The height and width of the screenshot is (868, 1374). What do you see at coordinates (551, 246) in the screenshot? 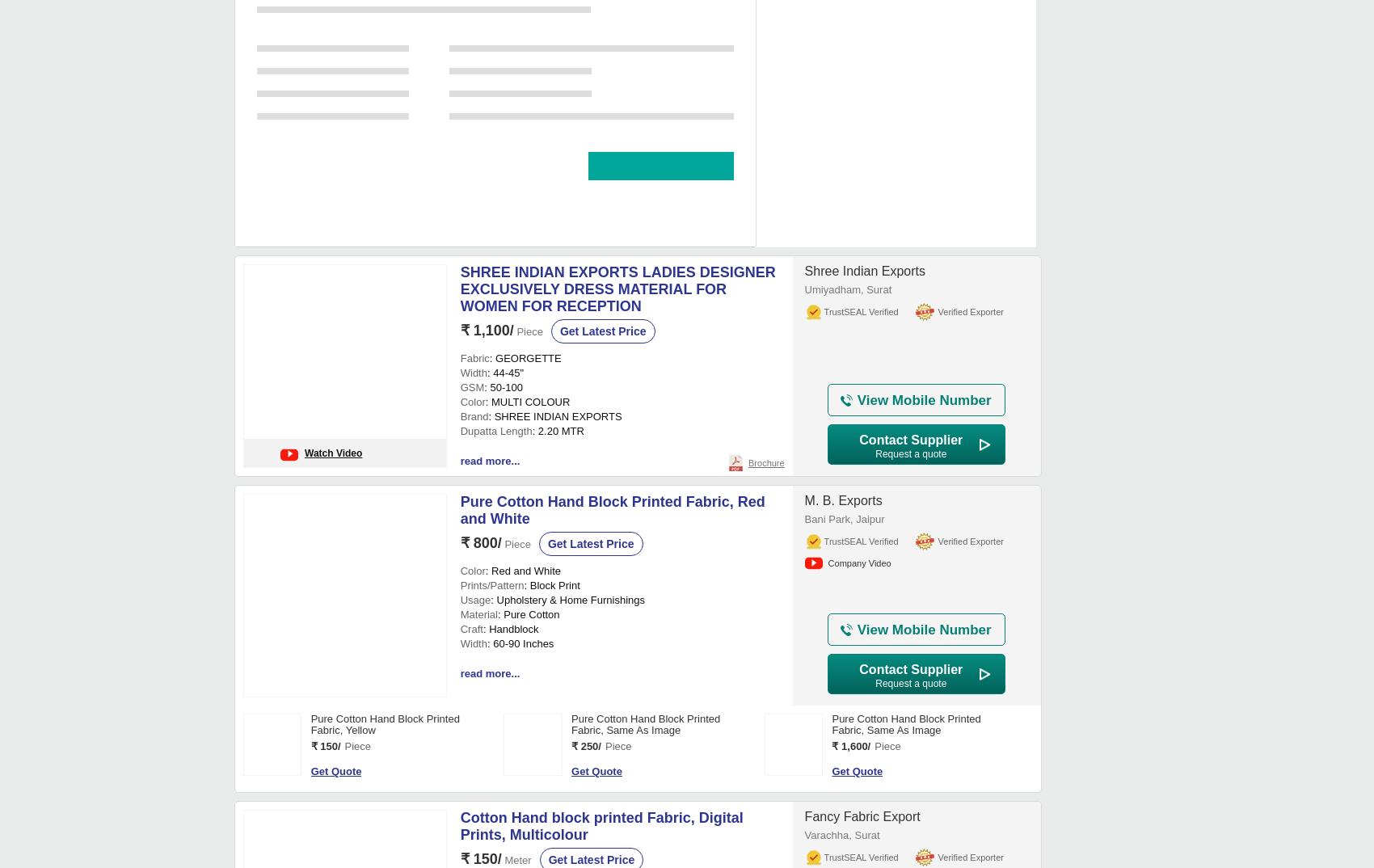
I see `':  Block Print'` at bounding box center [551, 246].